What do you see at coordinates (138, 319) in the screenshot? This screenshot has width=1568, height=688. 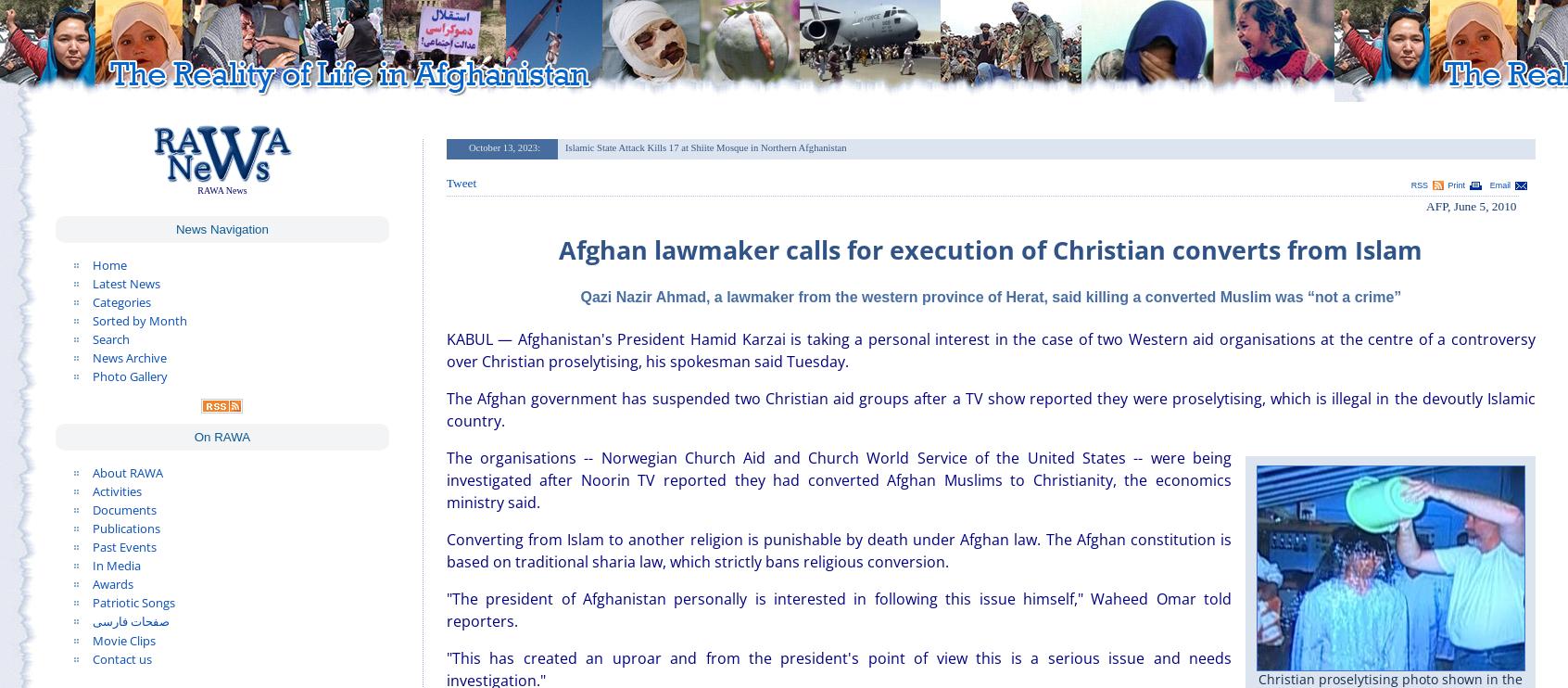 I see `'Sorted by Month'` at bounding box center [138, 319].